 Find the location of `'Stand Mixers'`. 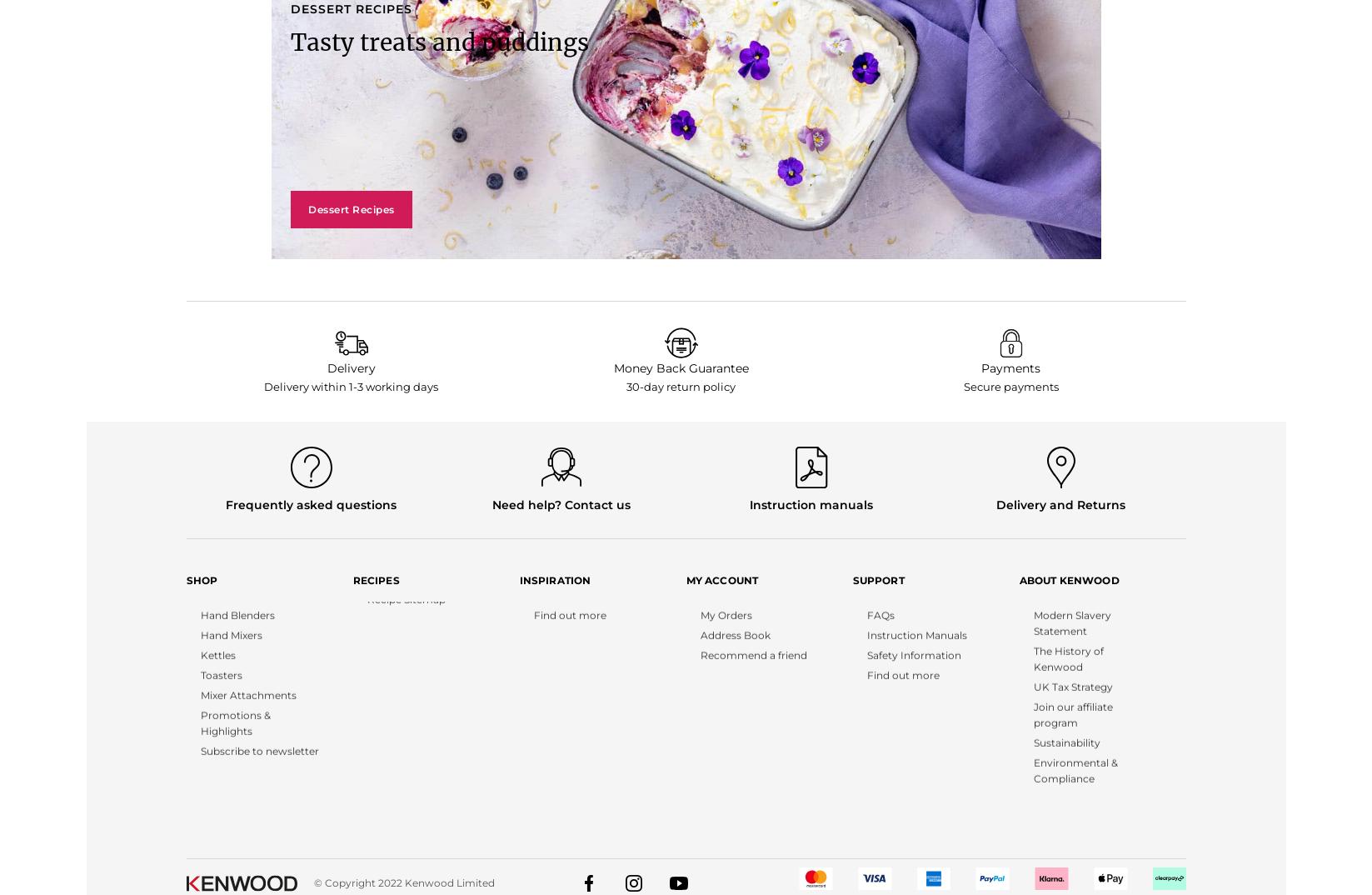

'Stand Mixers' is located at coordinates (217, 610).